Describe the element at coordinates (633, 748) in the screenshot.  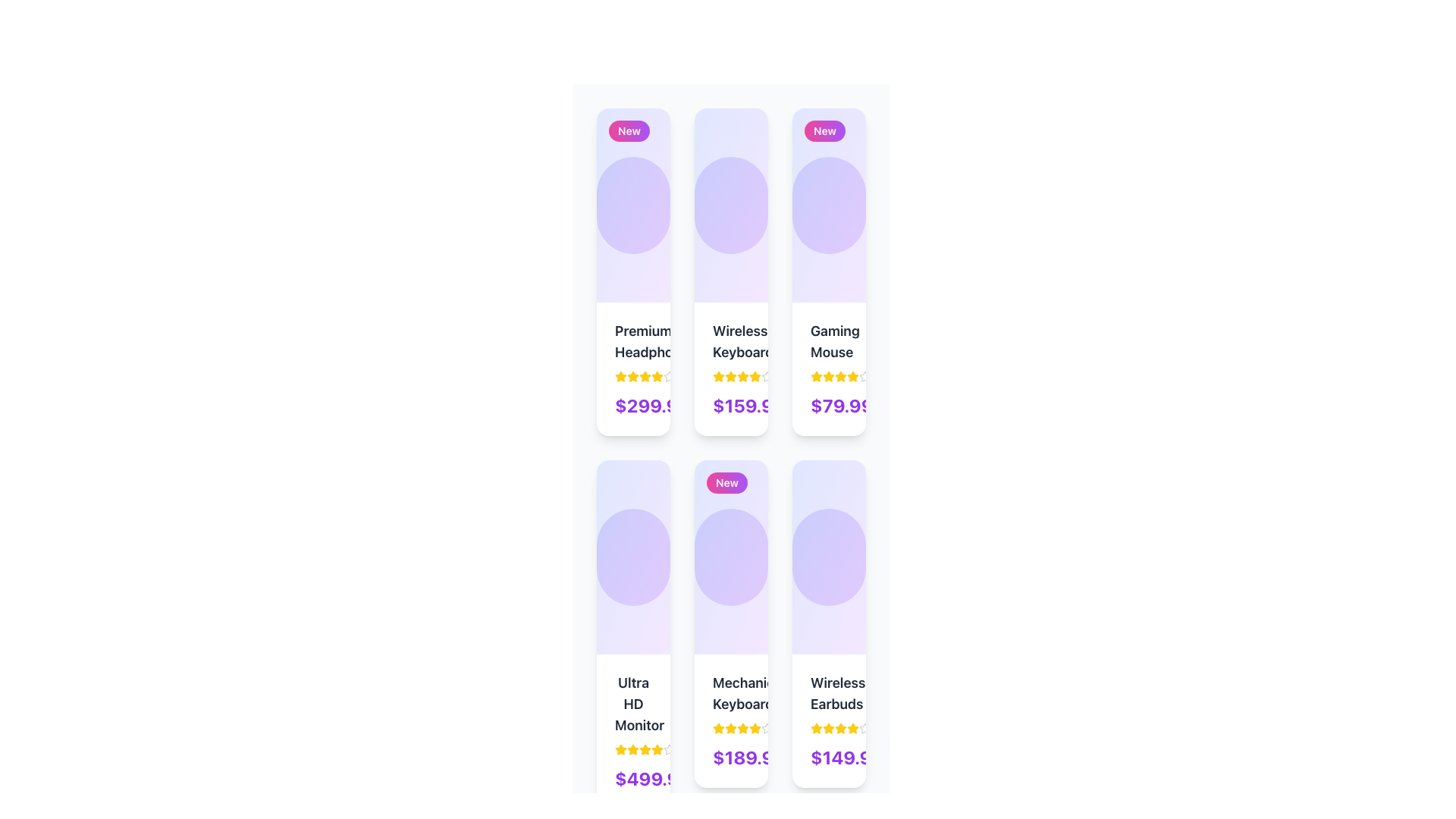
I see `the third star icon in the user rating system to rate the product` at that location.